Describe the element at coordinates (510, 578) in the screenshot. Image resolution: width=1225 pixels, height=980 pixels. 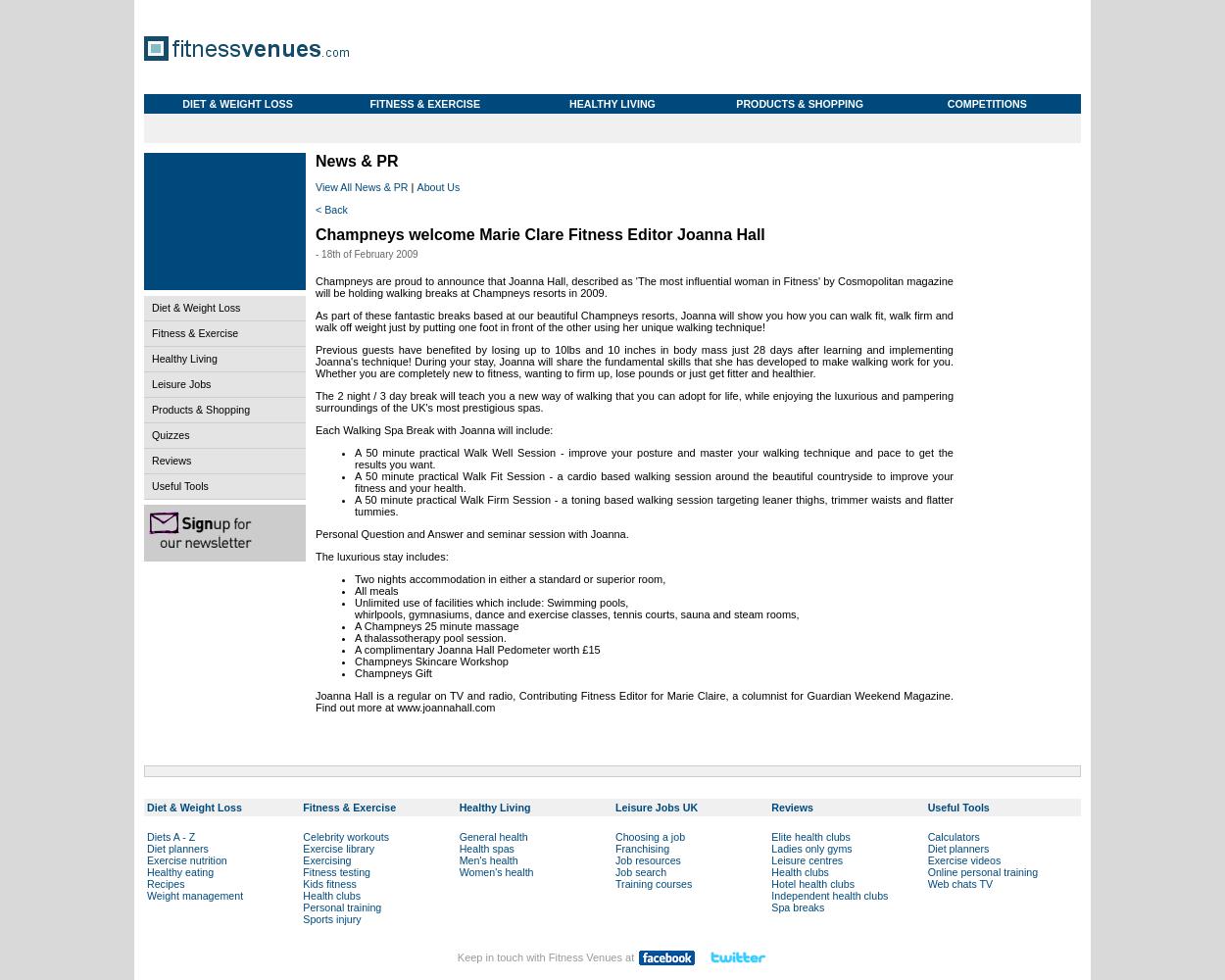
I see `'Two nights accommodation in either a standard or superior room,'` at that location.